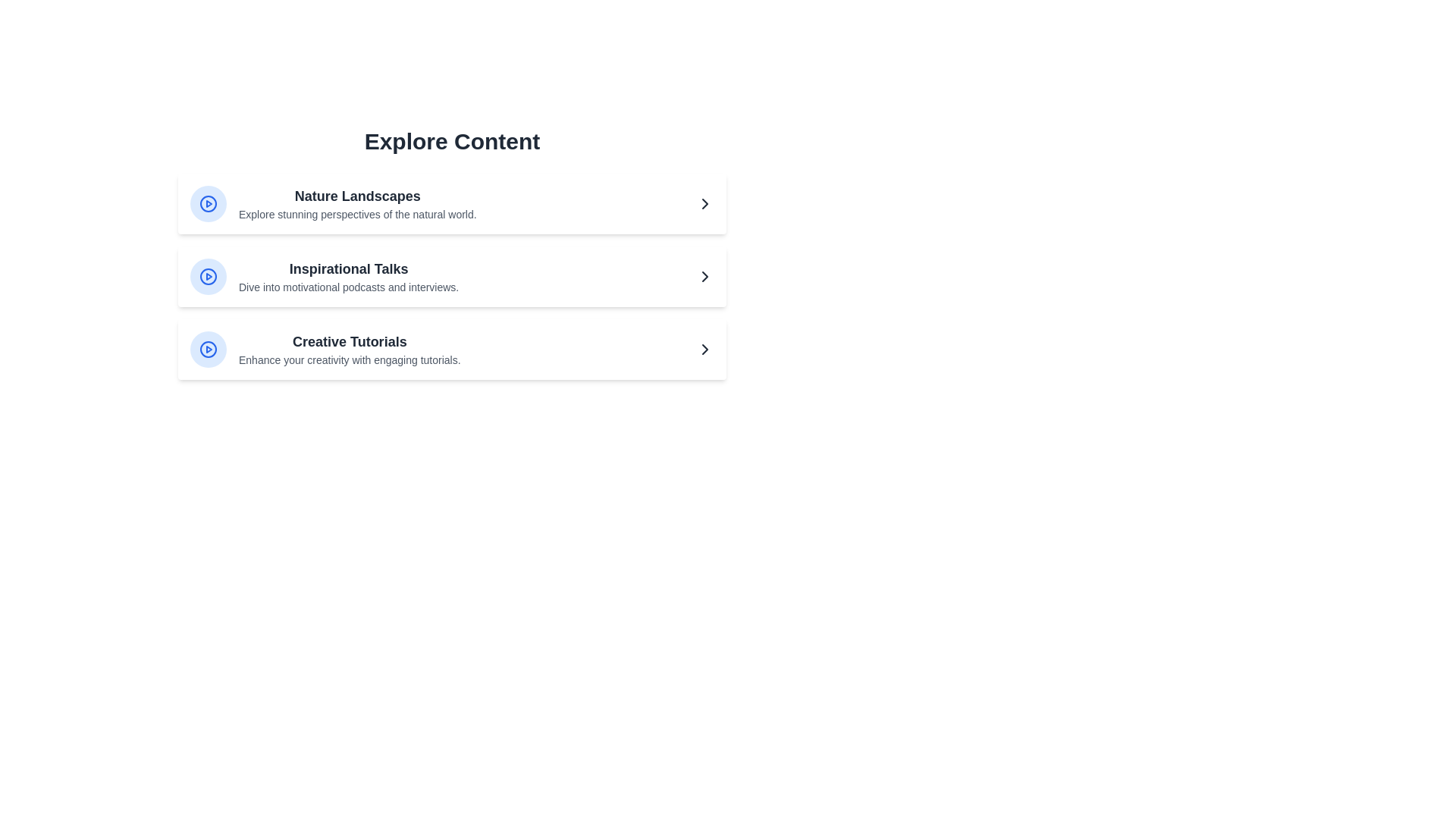  I want to click on the play button for the content item titled 'Nature Landscapes', so click(207, 203).